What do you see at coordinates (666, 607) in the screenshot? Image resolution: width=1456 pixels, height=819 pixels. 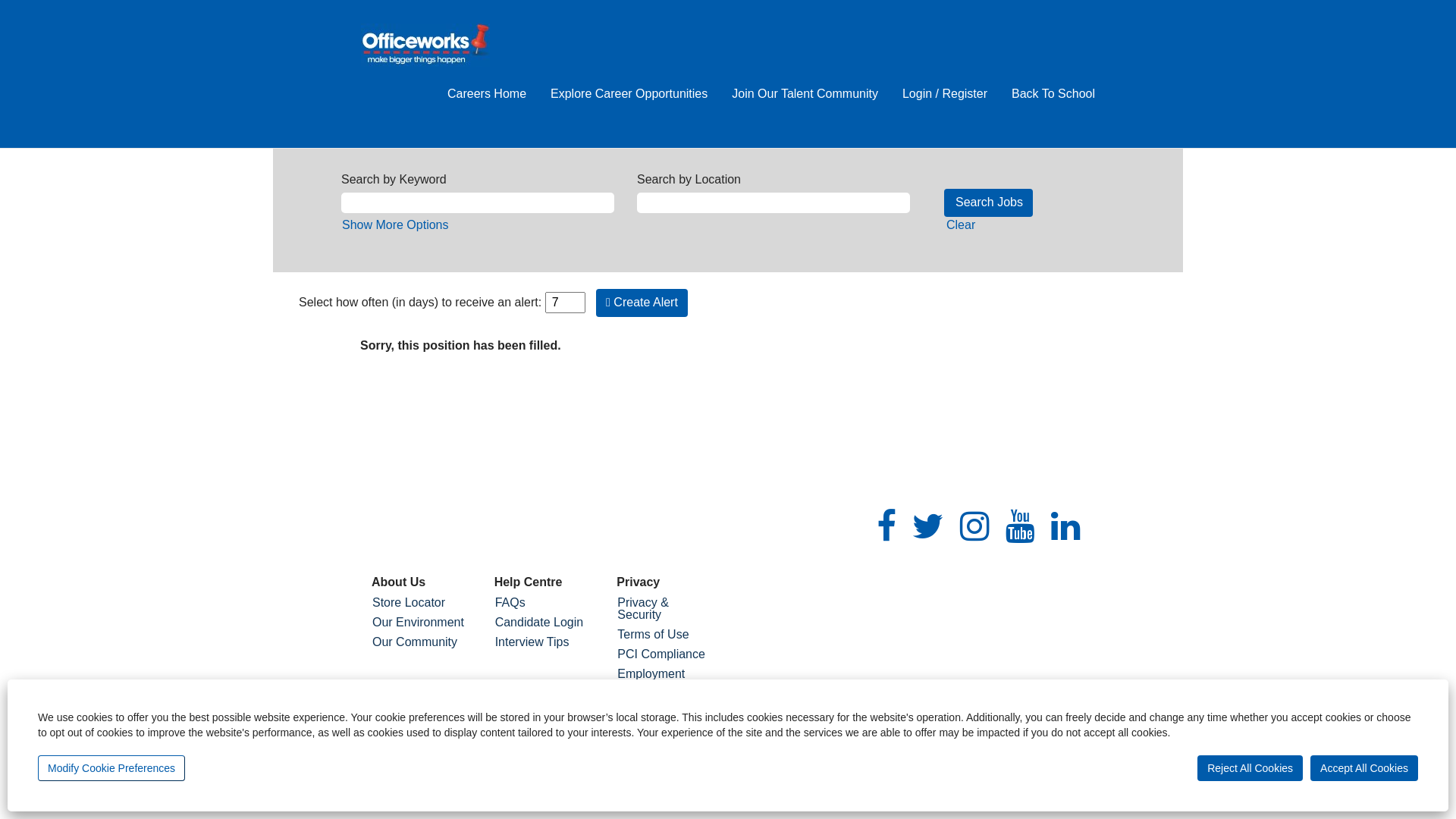 I see `'Privacy & Security'` at bounding box center [666, 607].